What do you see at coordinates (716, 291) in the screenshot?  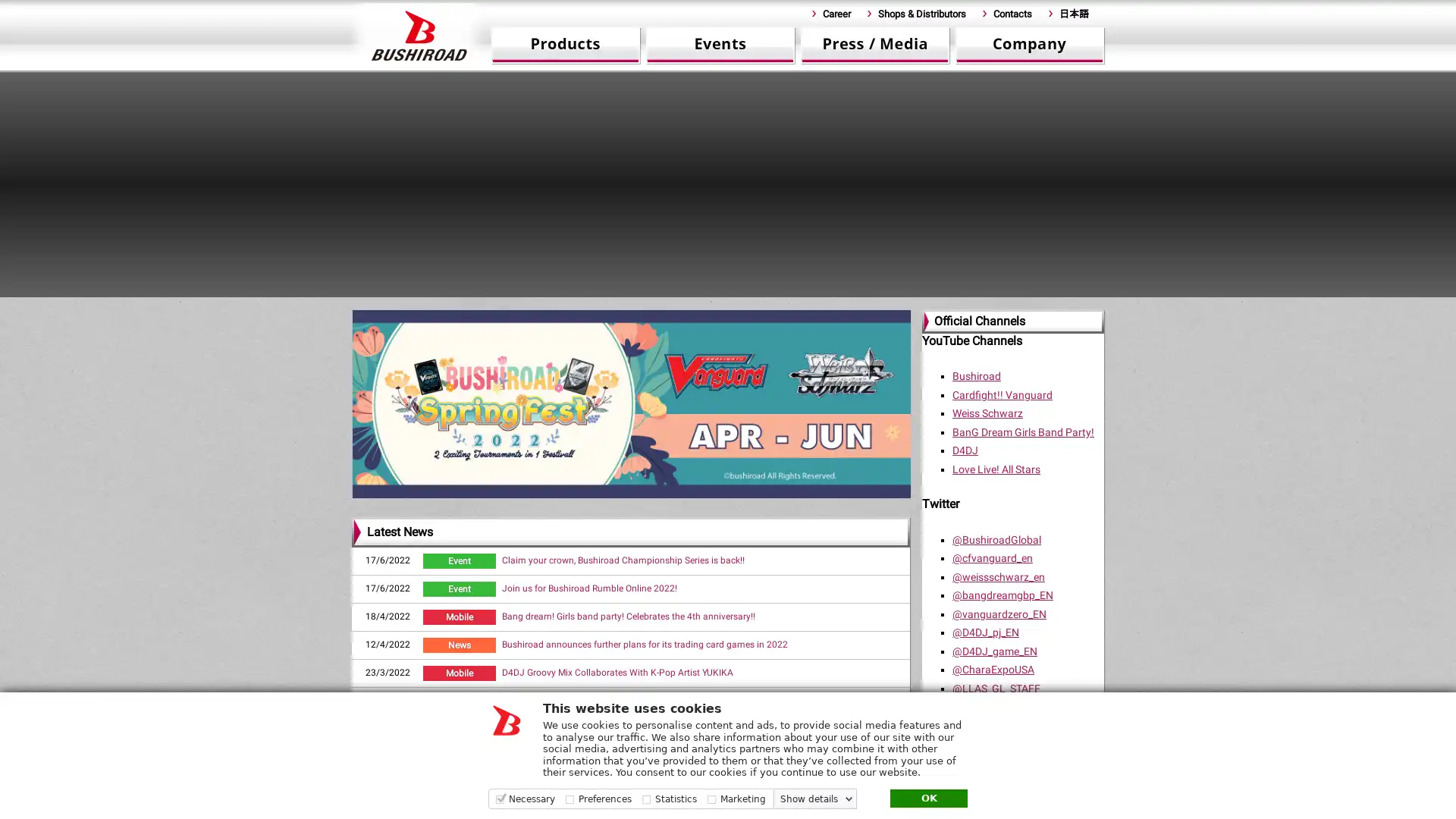 I see `8` at bounding box center [716, 291].